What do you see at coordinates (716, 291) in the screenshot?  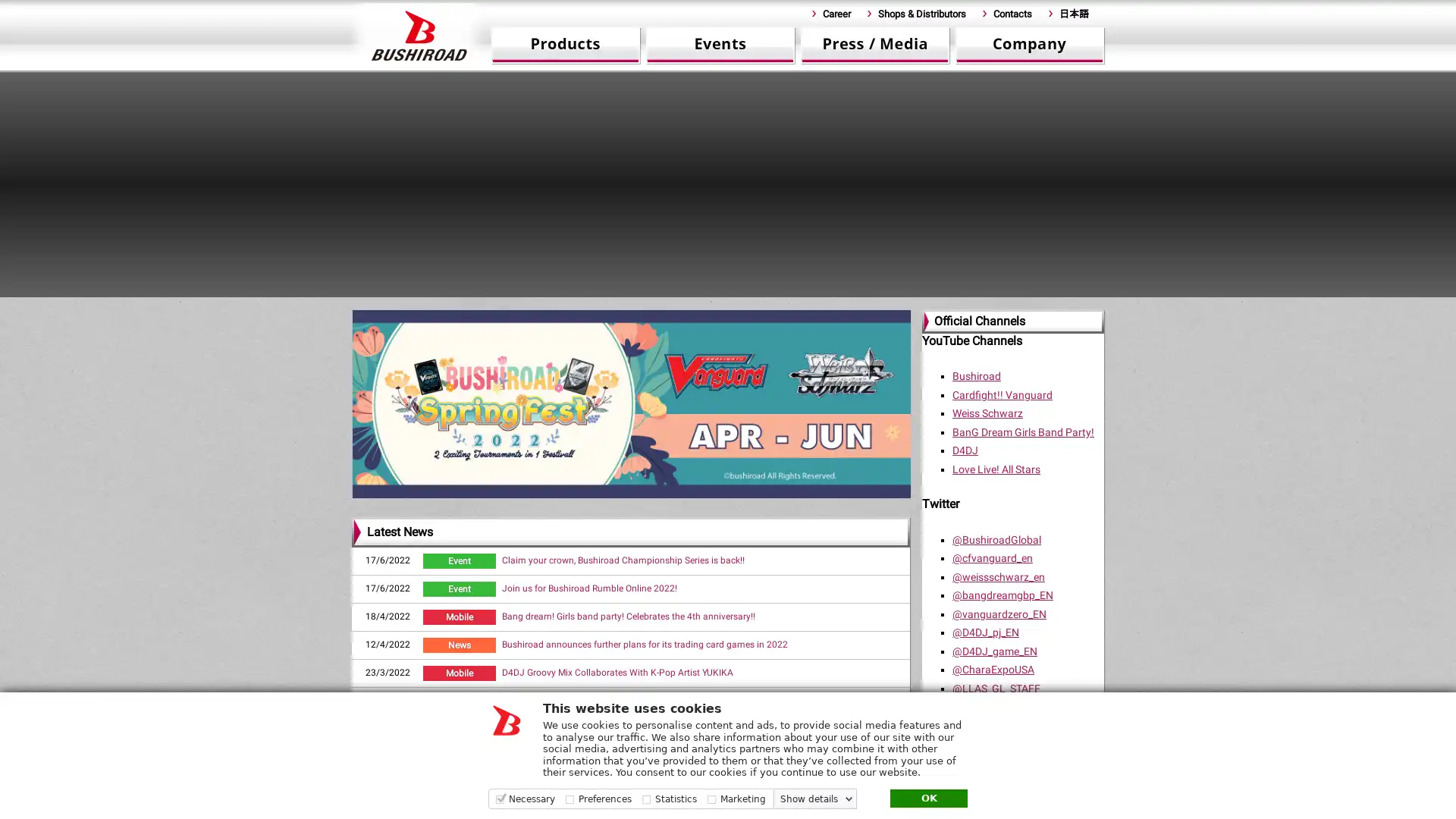 I see `8` at bounding box center [716, 291].